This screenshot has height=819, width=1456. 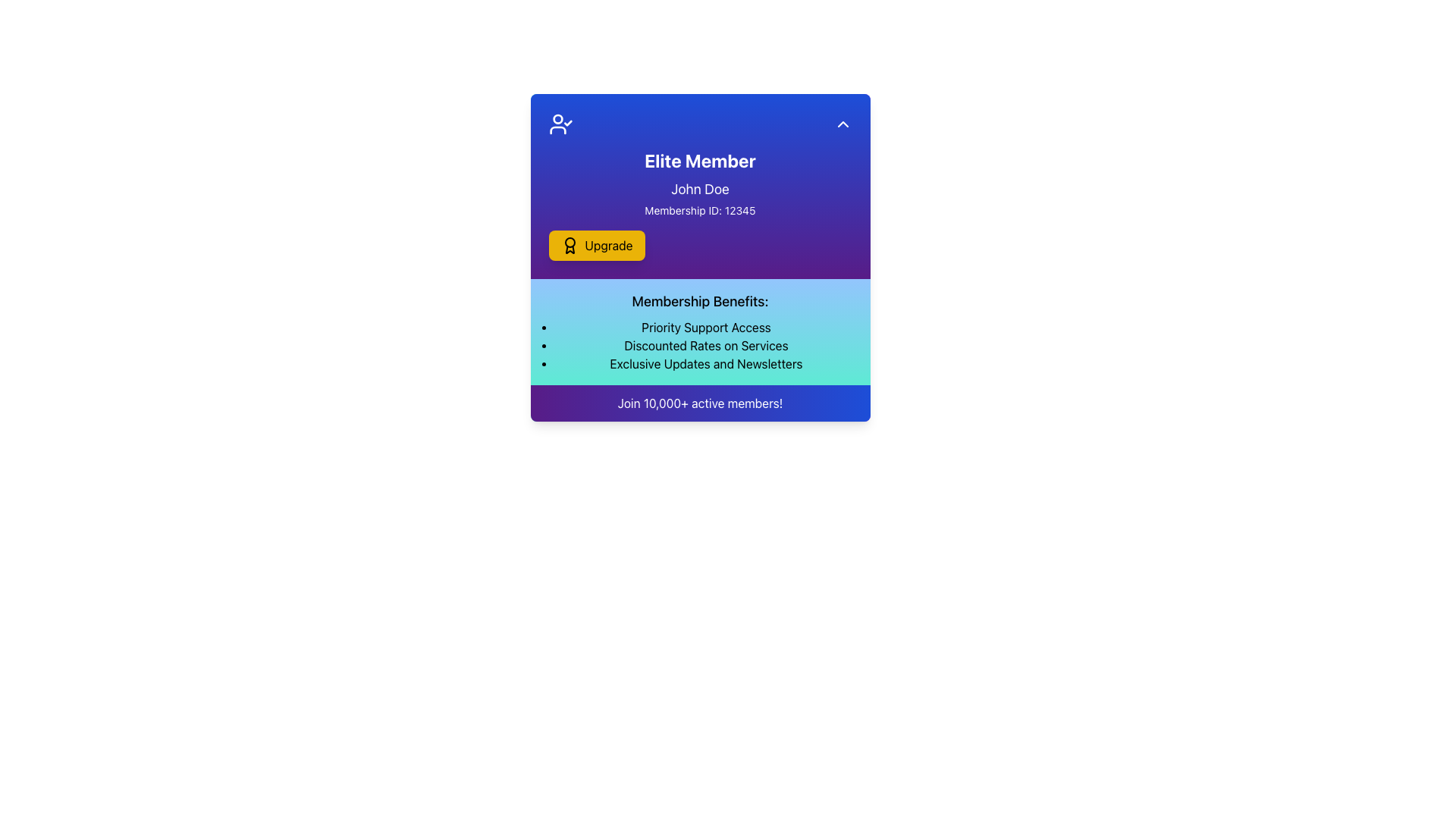 What do you see at coordinates (705, 345) in the screenshot?
I see `text from the text label displaying 'Discounted Rates on Services', which is the second item in a list of benefits on a membership card interface` at bounding box center [705, 345].